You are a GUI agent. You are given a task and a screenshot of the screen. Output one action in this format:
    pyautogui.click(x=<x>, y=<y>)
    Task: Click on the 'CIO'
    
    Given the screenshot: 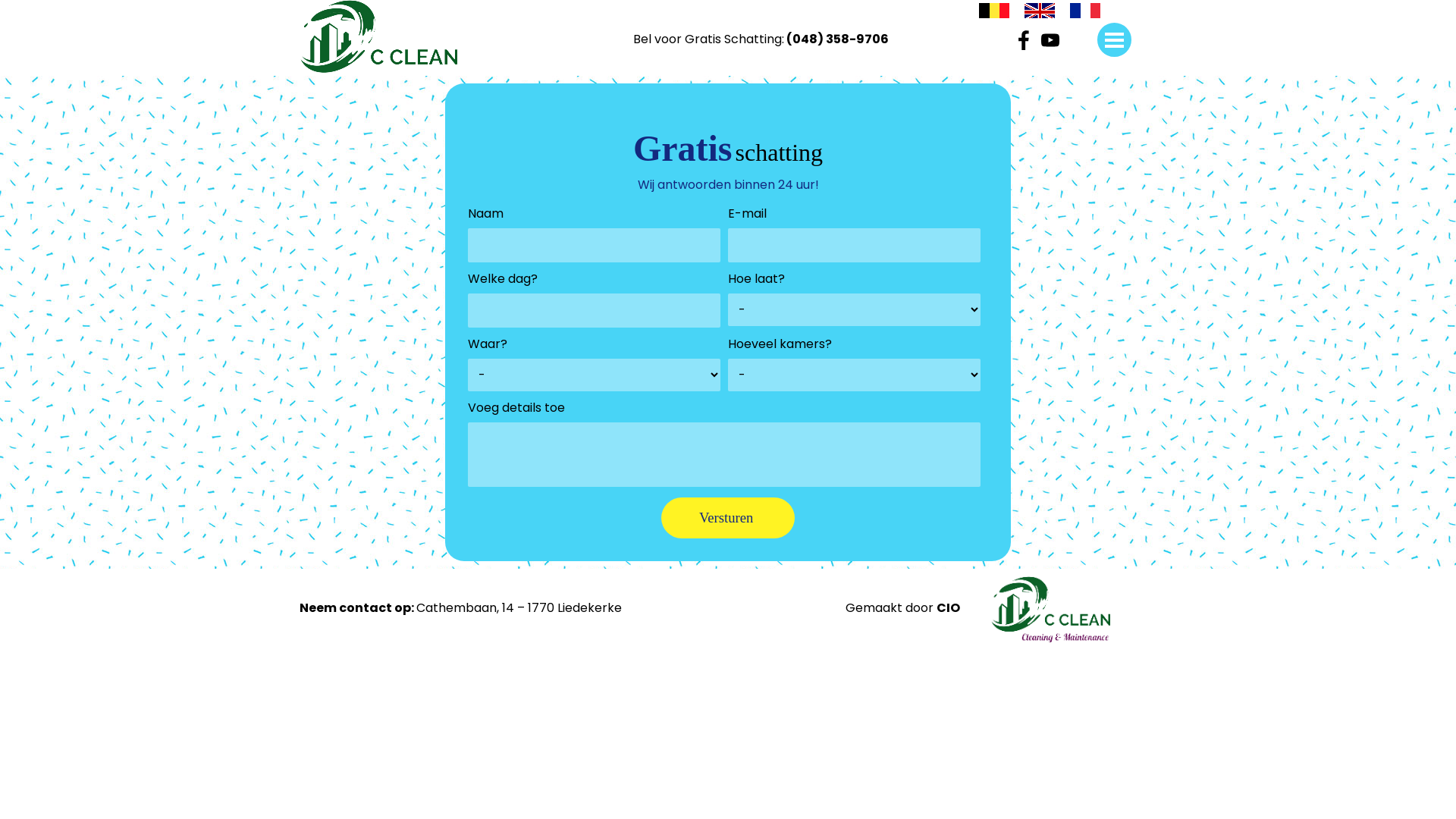 What is the action you would take?
    pyautogui.click(x=947, y=607)
    